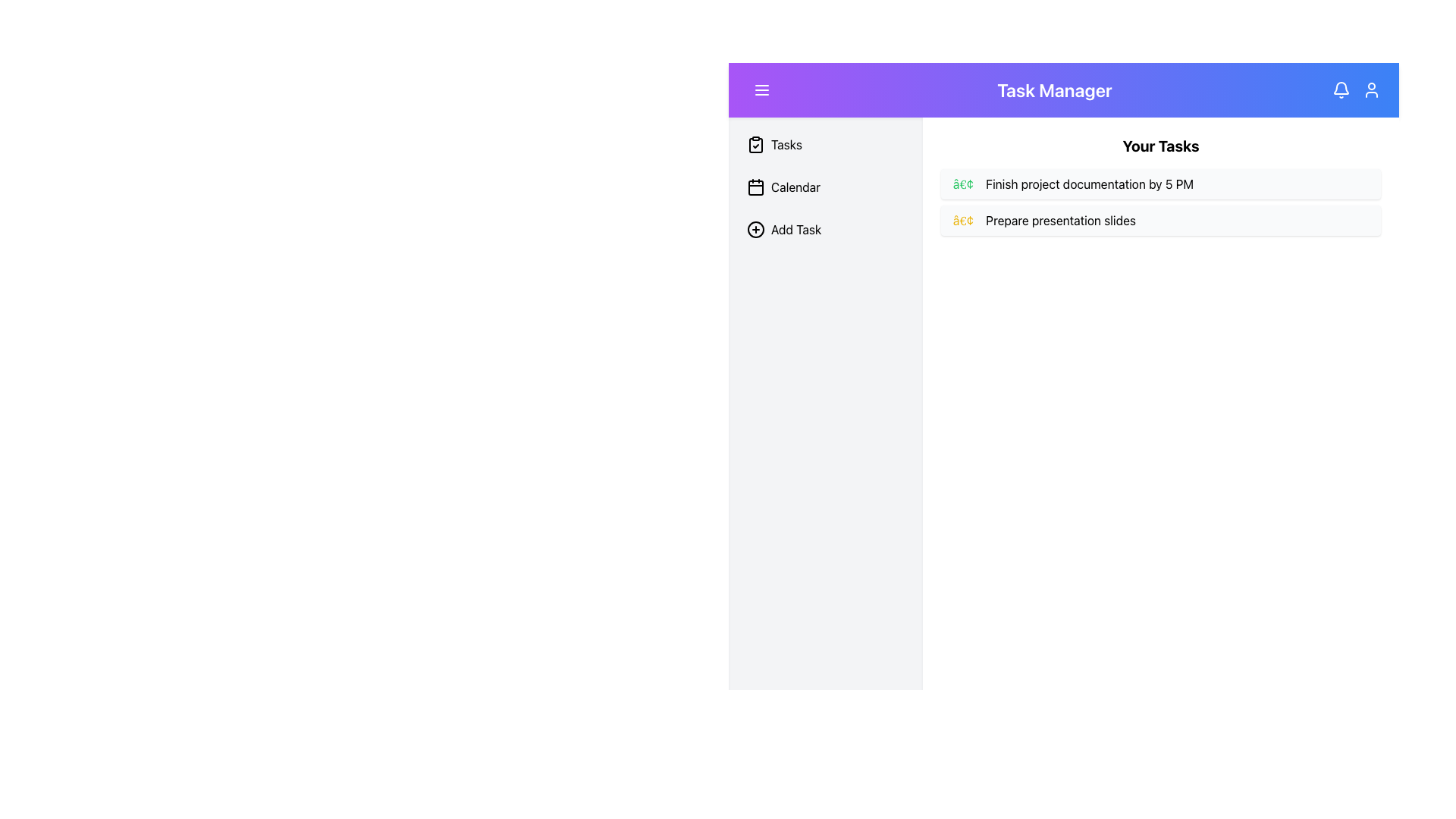 The height and width of the screenshot is (819, 1456). Describe the element at coordinates (756, 146) in the screenshot. I see `the clipboard-shaped icon at the top left of the sidebar panel` at that location.